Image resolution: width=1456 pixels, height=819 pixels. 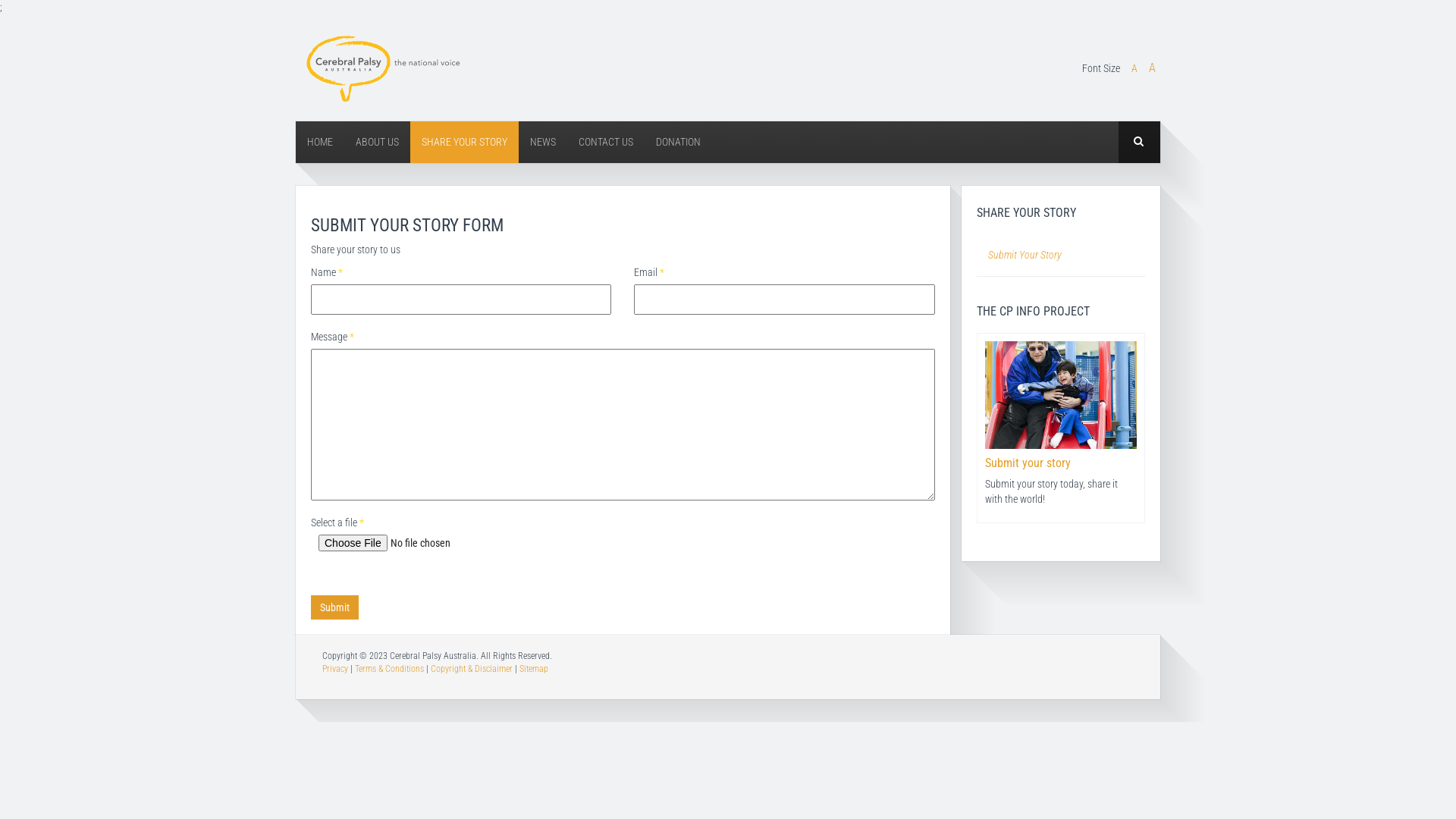 I want to click on 'A', so click(x=1149, y=67).